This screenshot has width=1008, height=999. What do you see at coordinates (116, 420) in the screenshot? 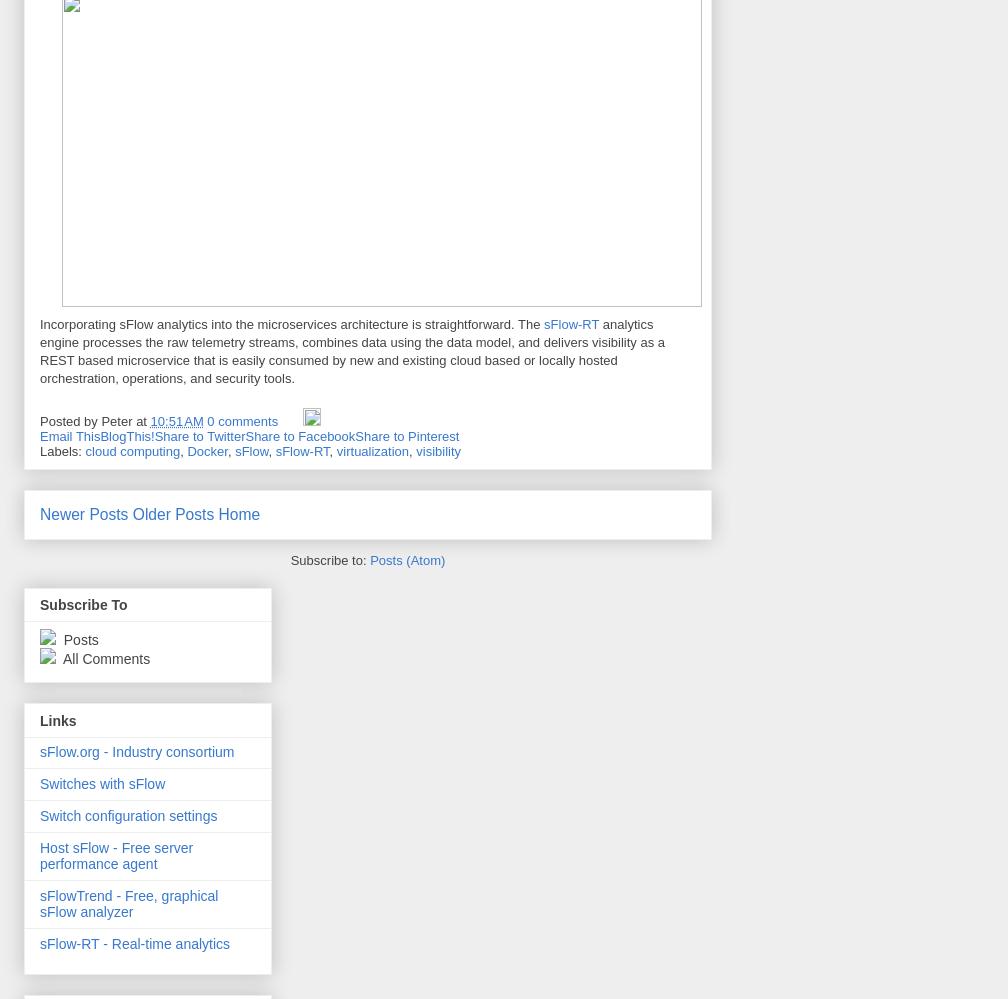
I see `'Peter'` at bounding box center [116, 420].